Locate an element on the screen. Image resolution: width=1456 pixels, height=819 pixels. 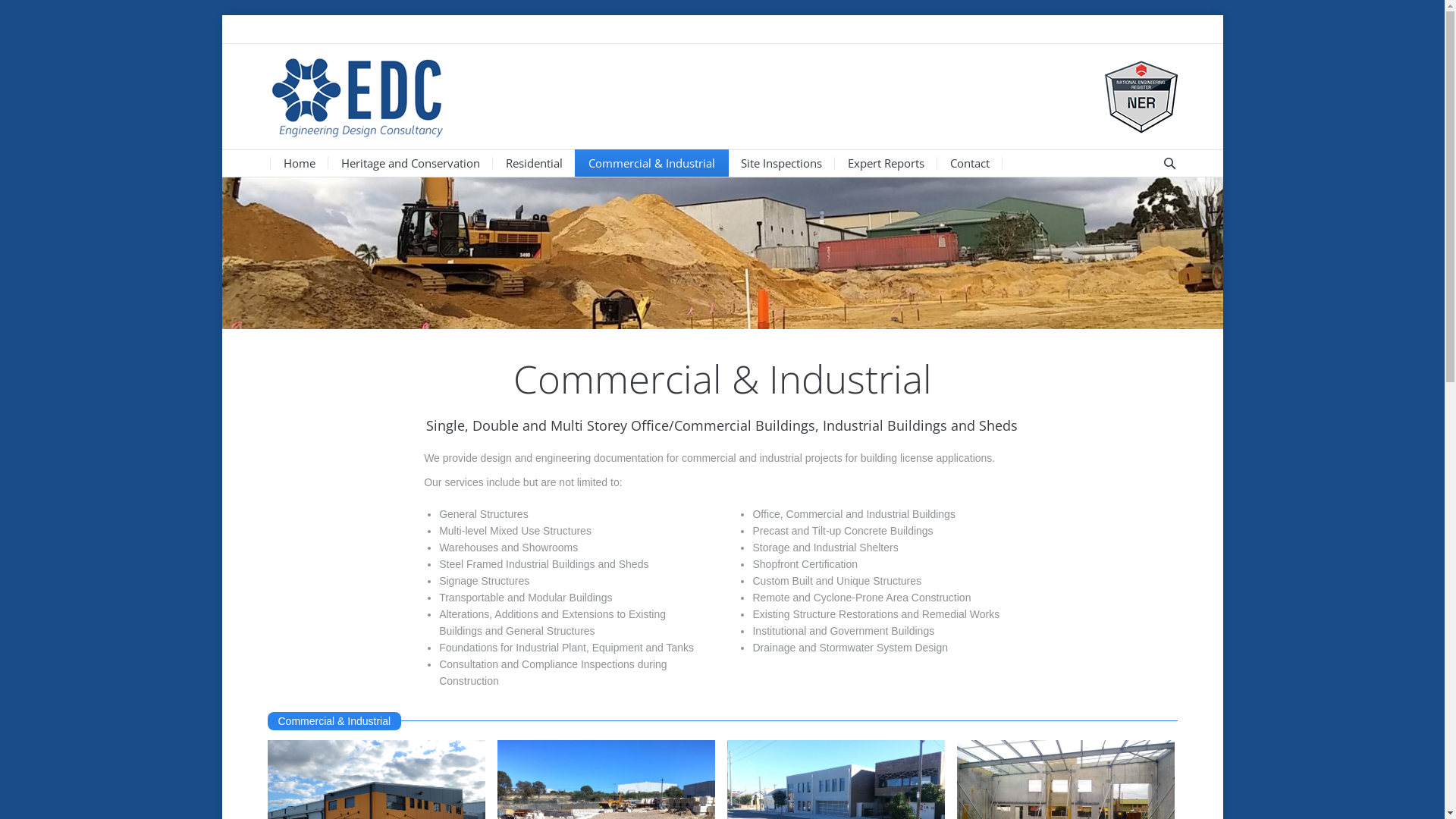
'Home' is located at coordinates (269, 163).